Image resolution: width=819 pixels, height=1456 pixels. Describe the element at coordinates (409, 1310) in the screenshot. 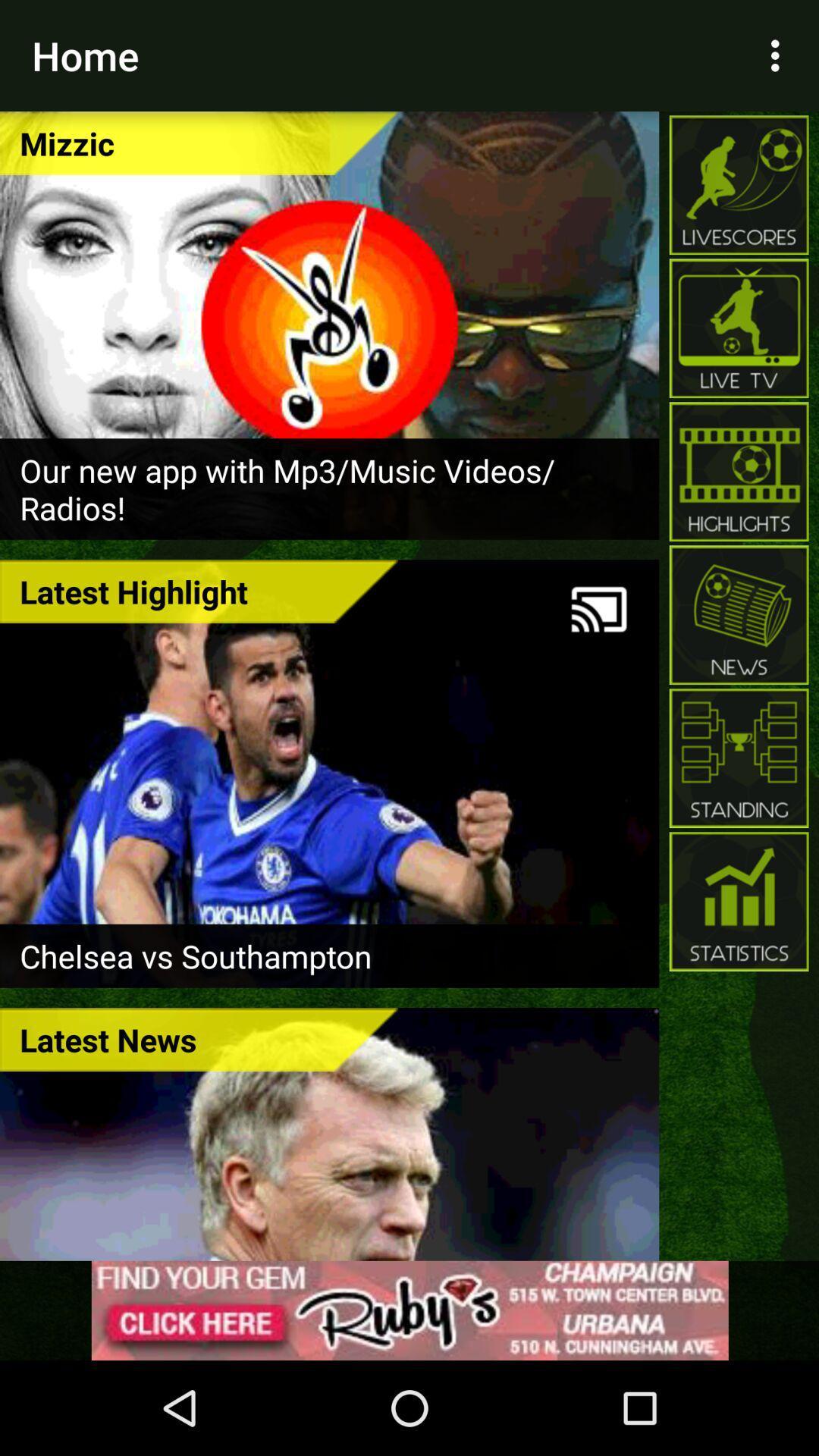

I see `adds pop up button` at that location.